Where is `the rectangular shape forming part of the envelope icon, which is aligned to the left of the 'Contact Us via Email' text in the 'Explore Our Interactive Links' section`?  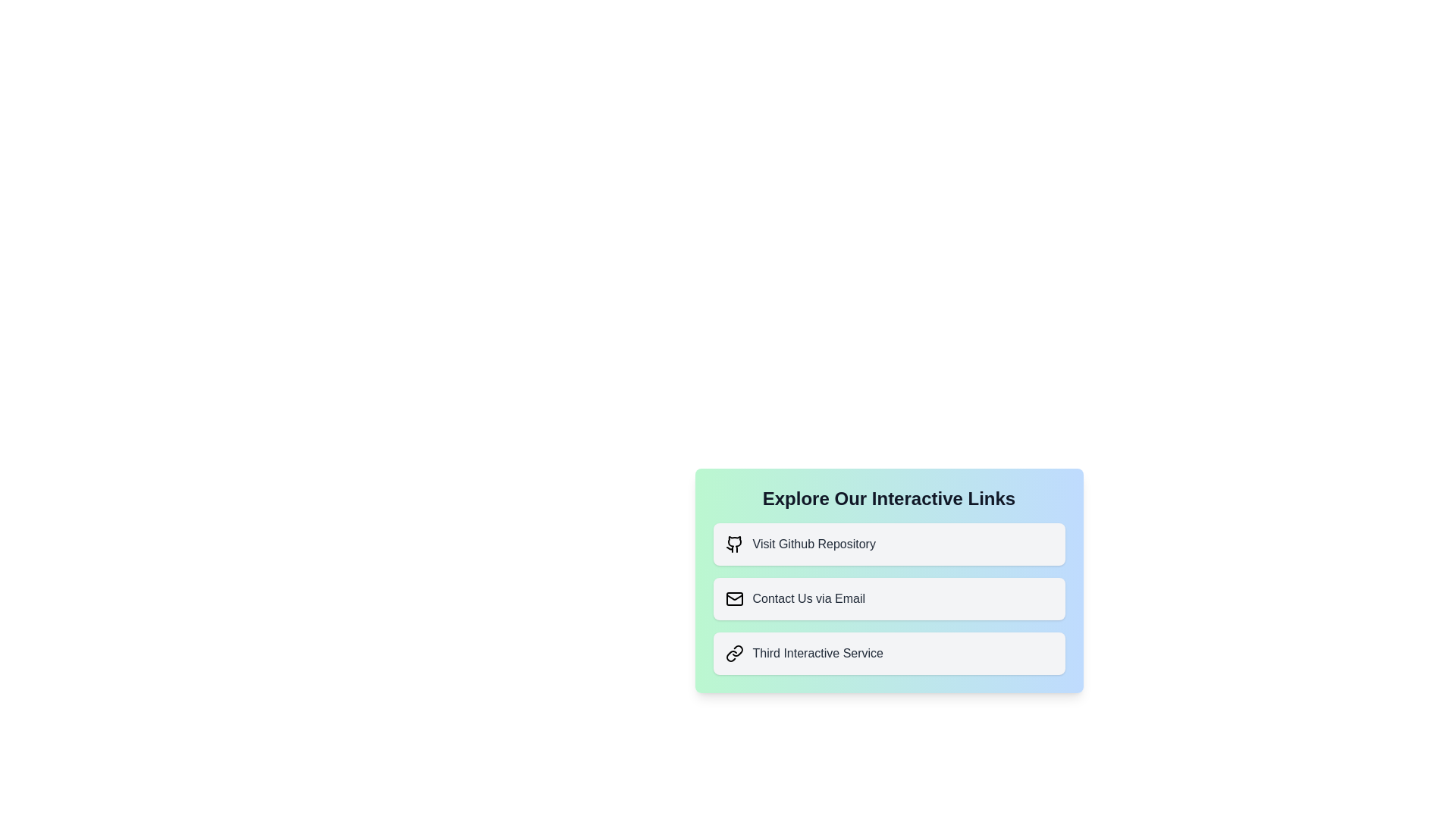
the rectangular shape forming part of the envelope icon, which is aligned to the left of the 'Contact Us via Email' text in the 'Explore Our Interactive Links' section is located at coordinates (734, 598).